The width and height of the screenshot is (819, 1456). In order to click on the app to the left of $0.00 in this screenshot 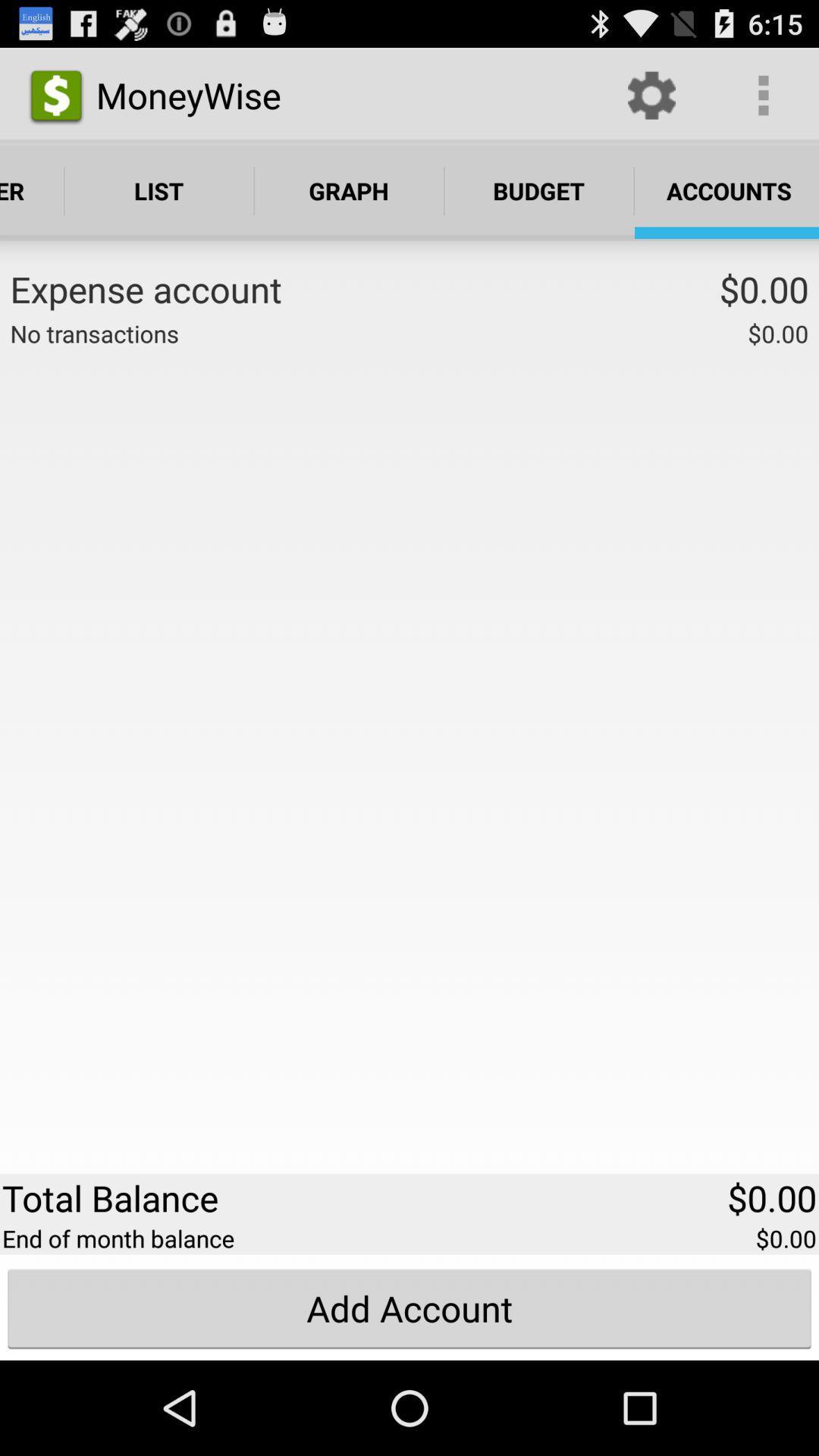, I will do `click(500, 292)`.